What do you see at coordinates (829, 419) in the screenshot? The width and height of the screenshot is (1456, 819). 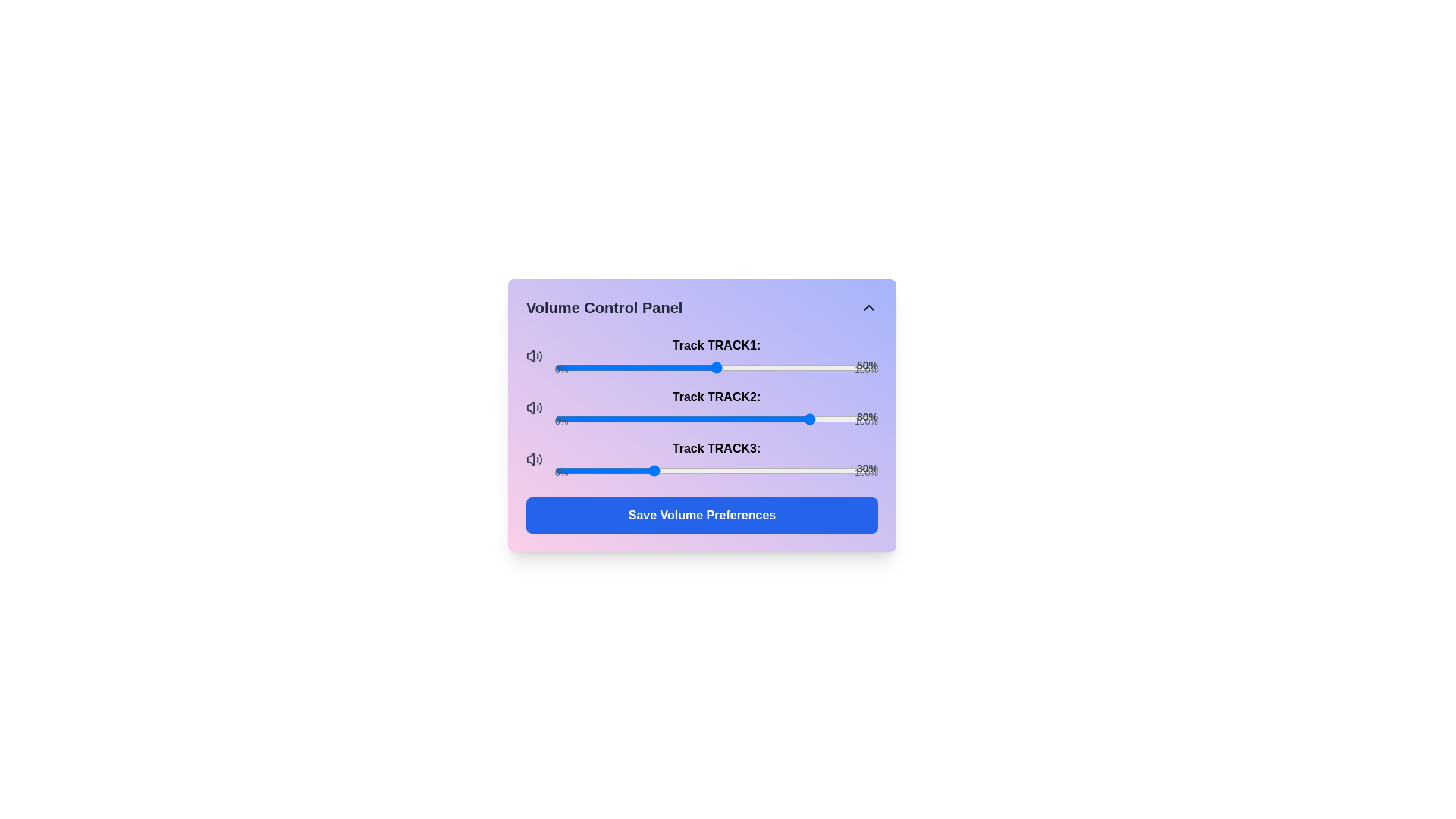 I see `the volume level of Track 2` at bounding box center [829, 419].